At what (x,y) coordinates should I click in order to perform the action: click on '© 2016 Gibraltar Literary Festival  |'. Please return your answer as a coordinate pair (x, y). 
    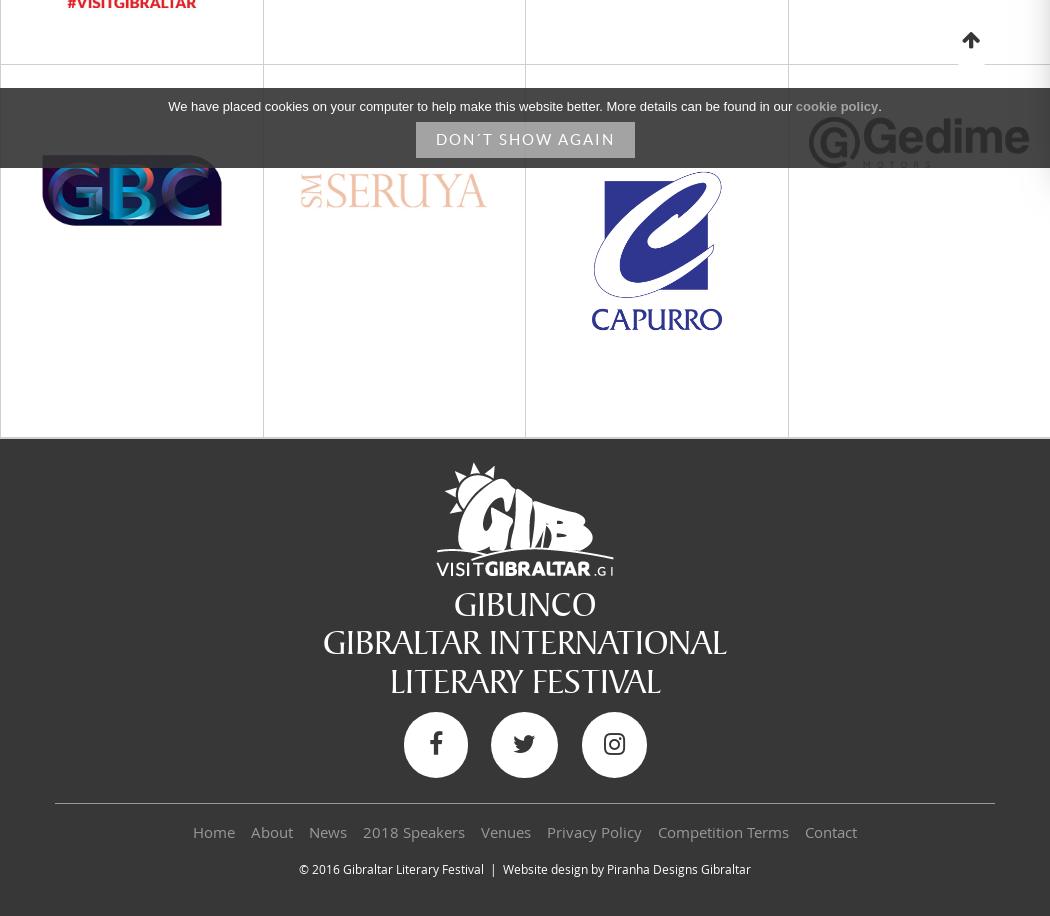
    Looking at the image, I should click on (298, 868).